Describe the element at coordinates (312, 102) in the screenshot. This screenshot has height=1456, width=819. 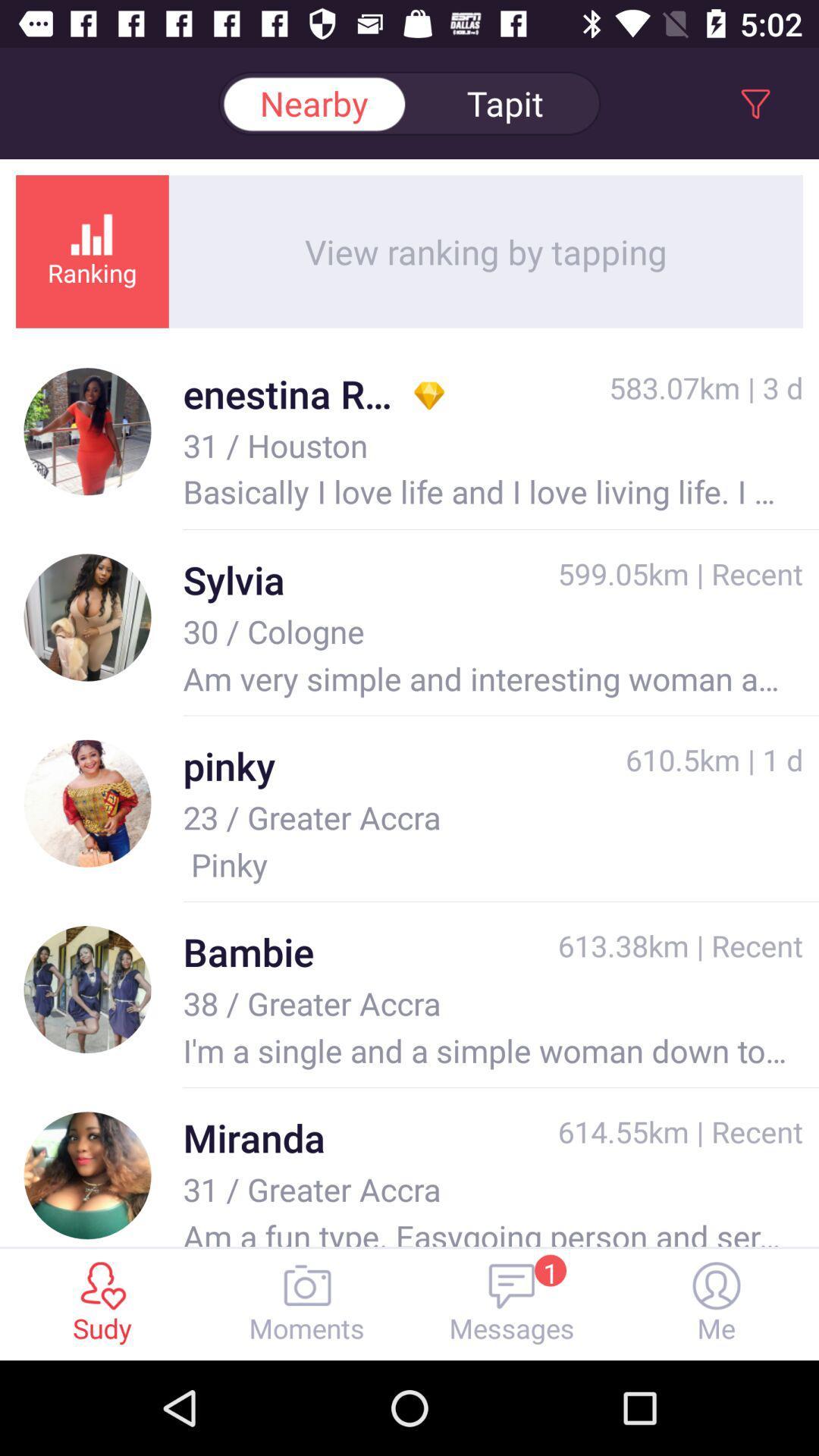
I see `the icon to the left of the tapit item` at that location.